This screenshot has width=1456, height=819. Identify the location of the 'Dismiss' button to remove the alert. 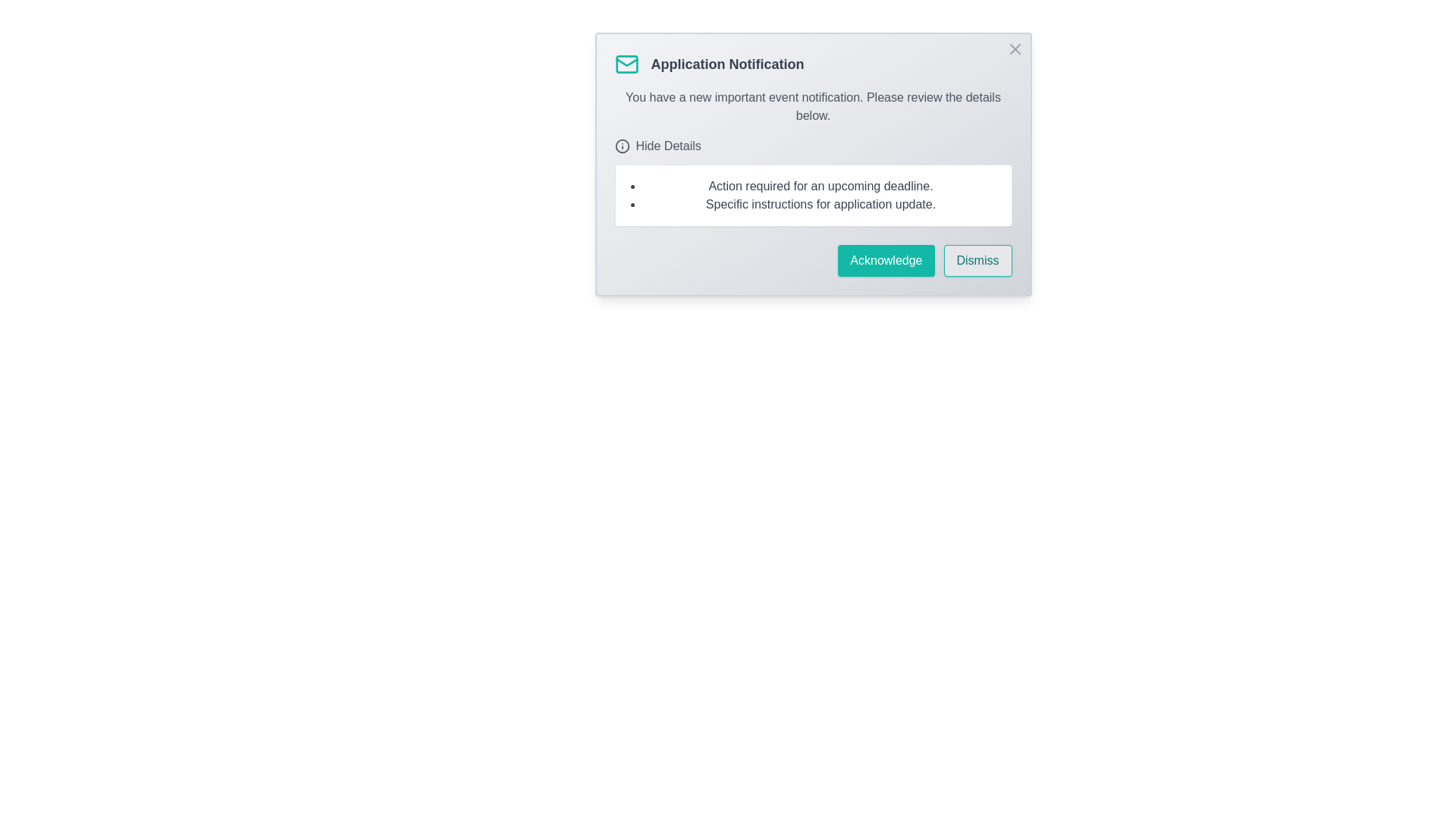
(977, 259).